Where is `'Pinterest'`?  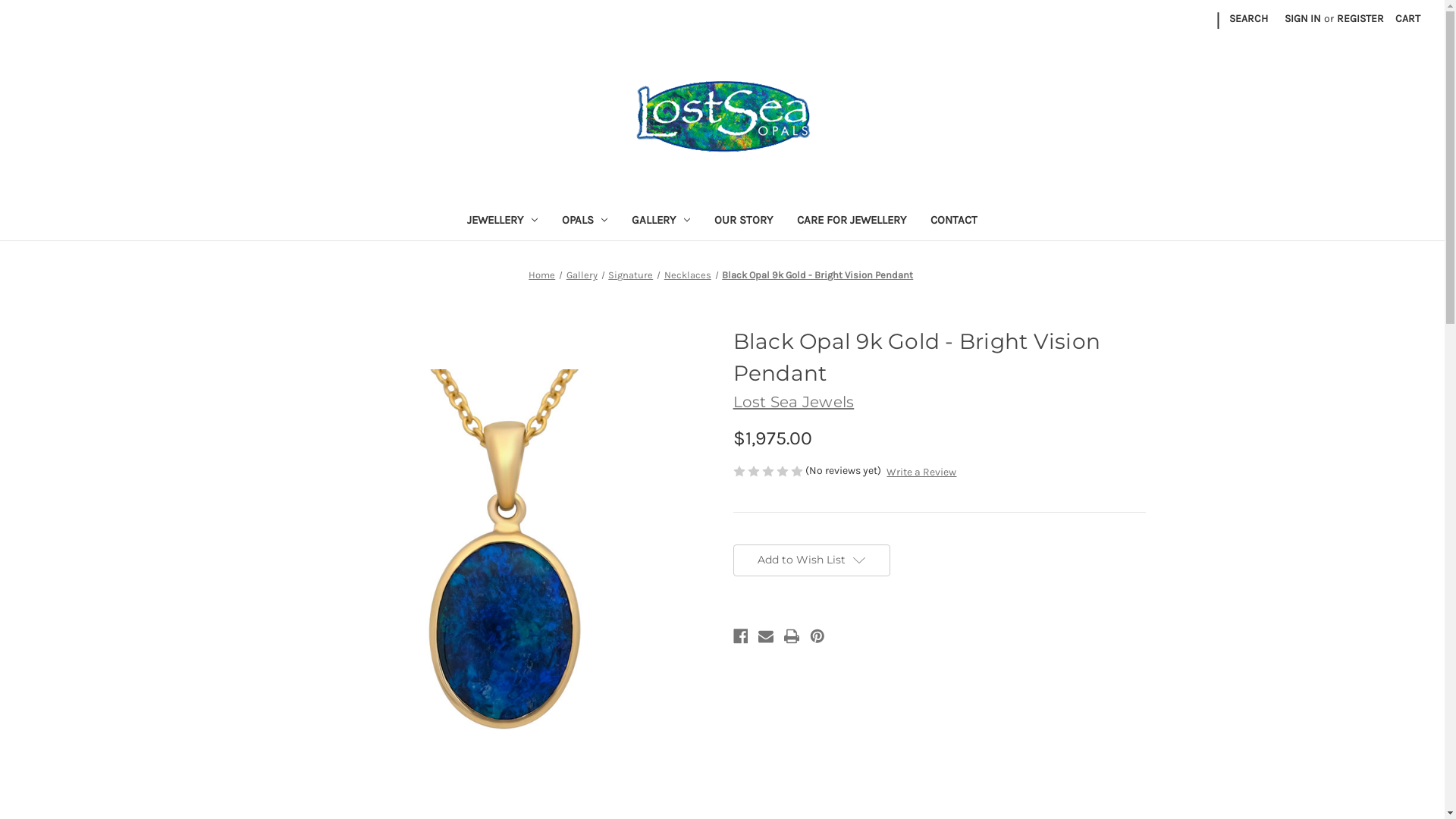 'Pinterest' is located at coordinates (817, 636).